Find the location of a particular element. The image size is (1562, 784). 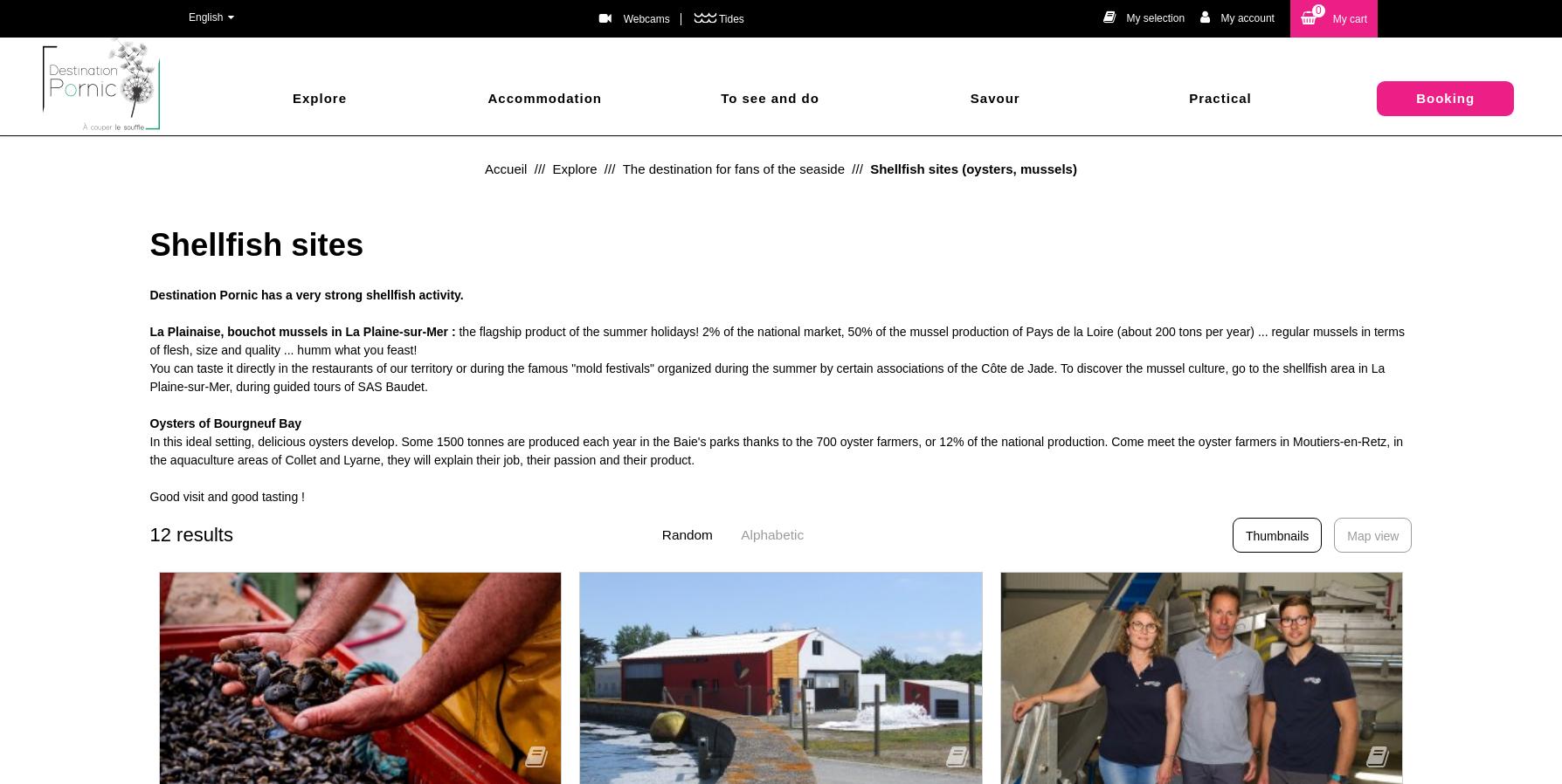

'Alphabetic' is located at coordinates (771, 533).